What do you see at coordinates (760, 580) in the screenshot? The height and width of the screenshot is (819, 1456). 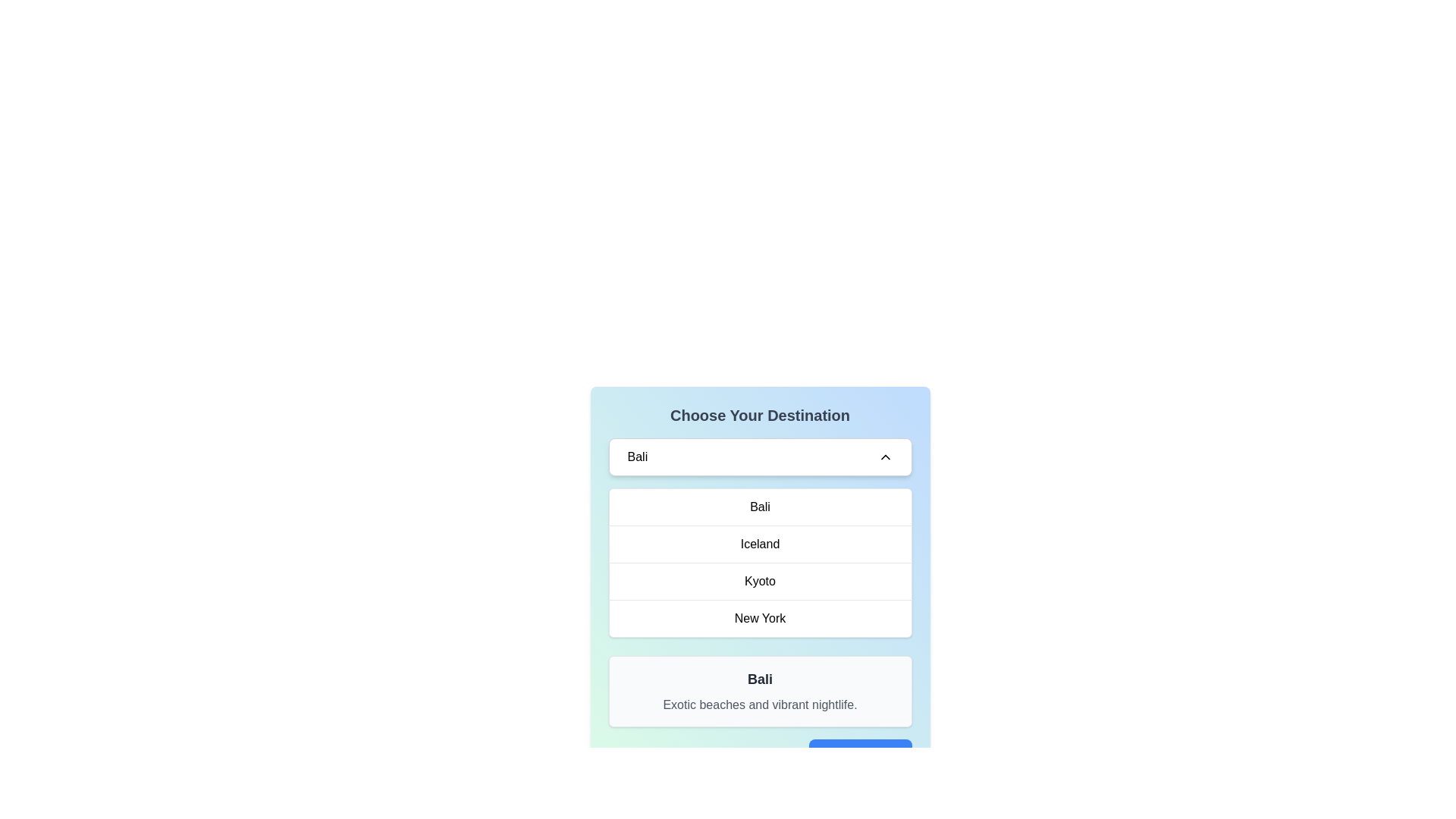 I see `the selectable item displaying 'Kyoto' in the dropdown list` at bounding box center [760, 580].